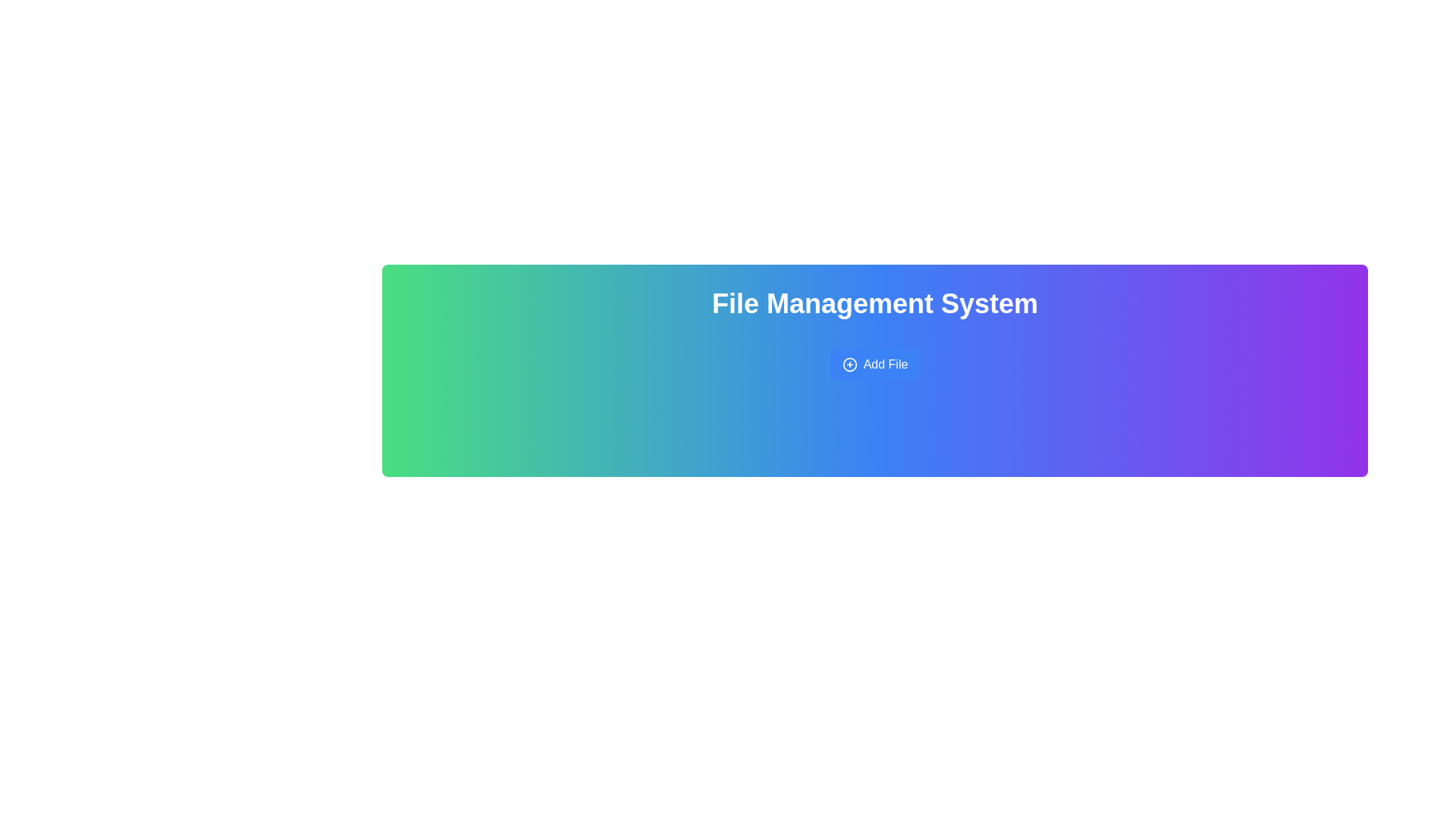  Describe the element at coordinates (849, 365) in the screenshot. I see `the circular '+' icon located to the left of the 'Add File' text within the button, which is part of a blue rectangular section` at that location.